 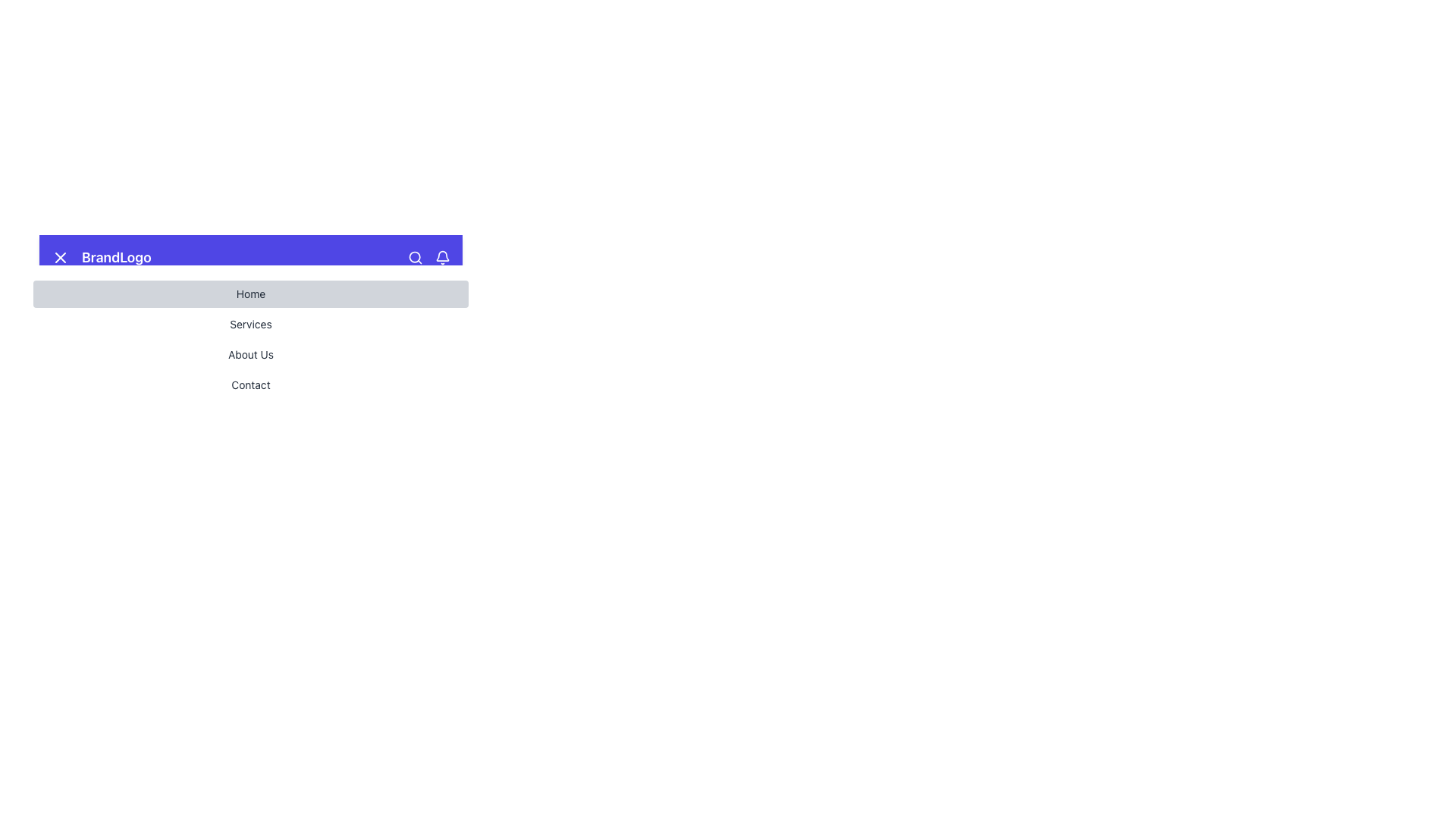 I want to click on the search button located in the header bar, to the right of the brand logo and before the notification bell icon, to initiate a search operation, so click(x=415, y=256).